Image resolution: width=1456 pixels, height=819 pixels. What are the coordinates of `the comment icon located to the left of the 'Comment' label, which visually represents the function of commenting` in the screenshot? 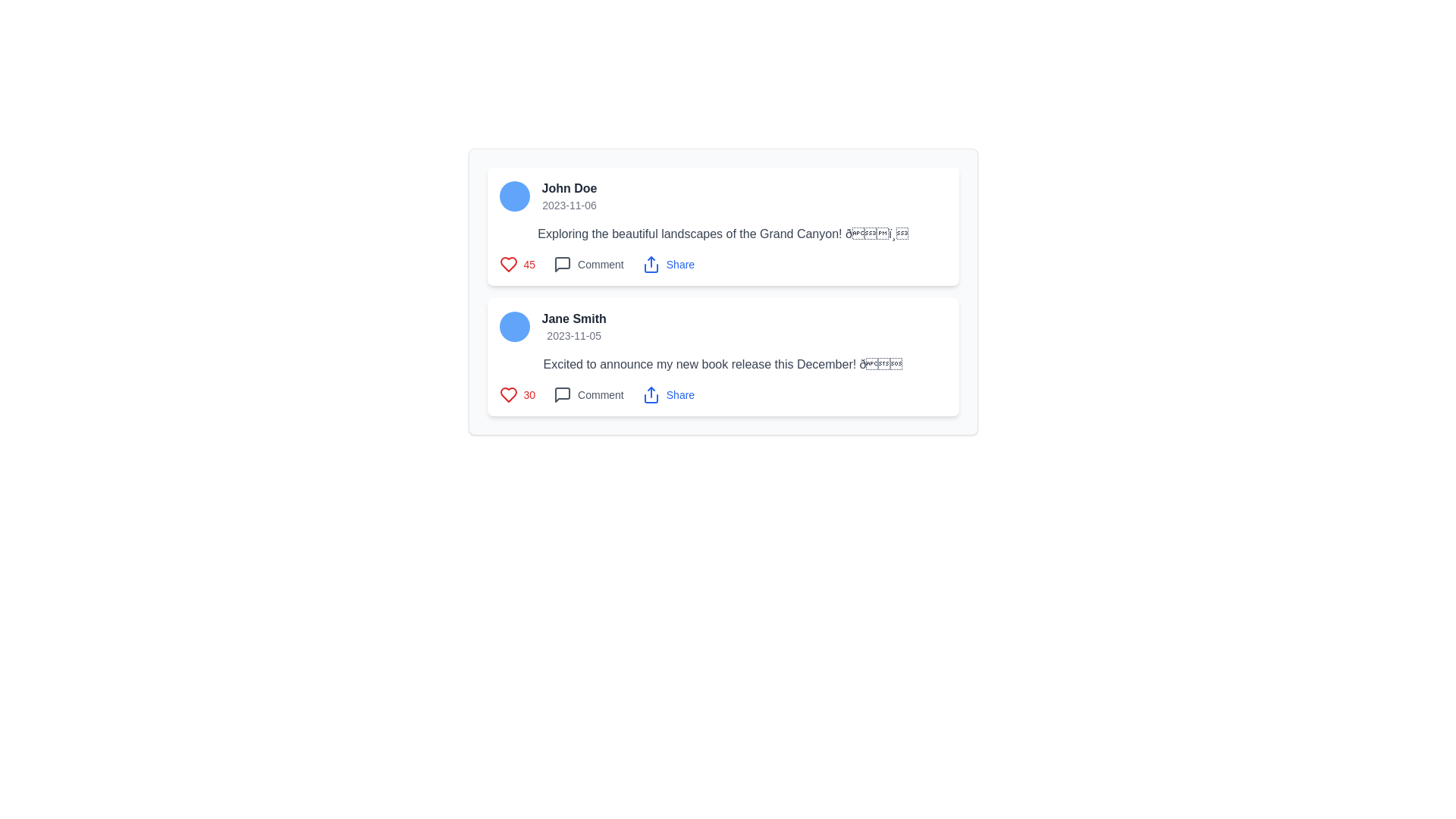 It's located at (562, 394).